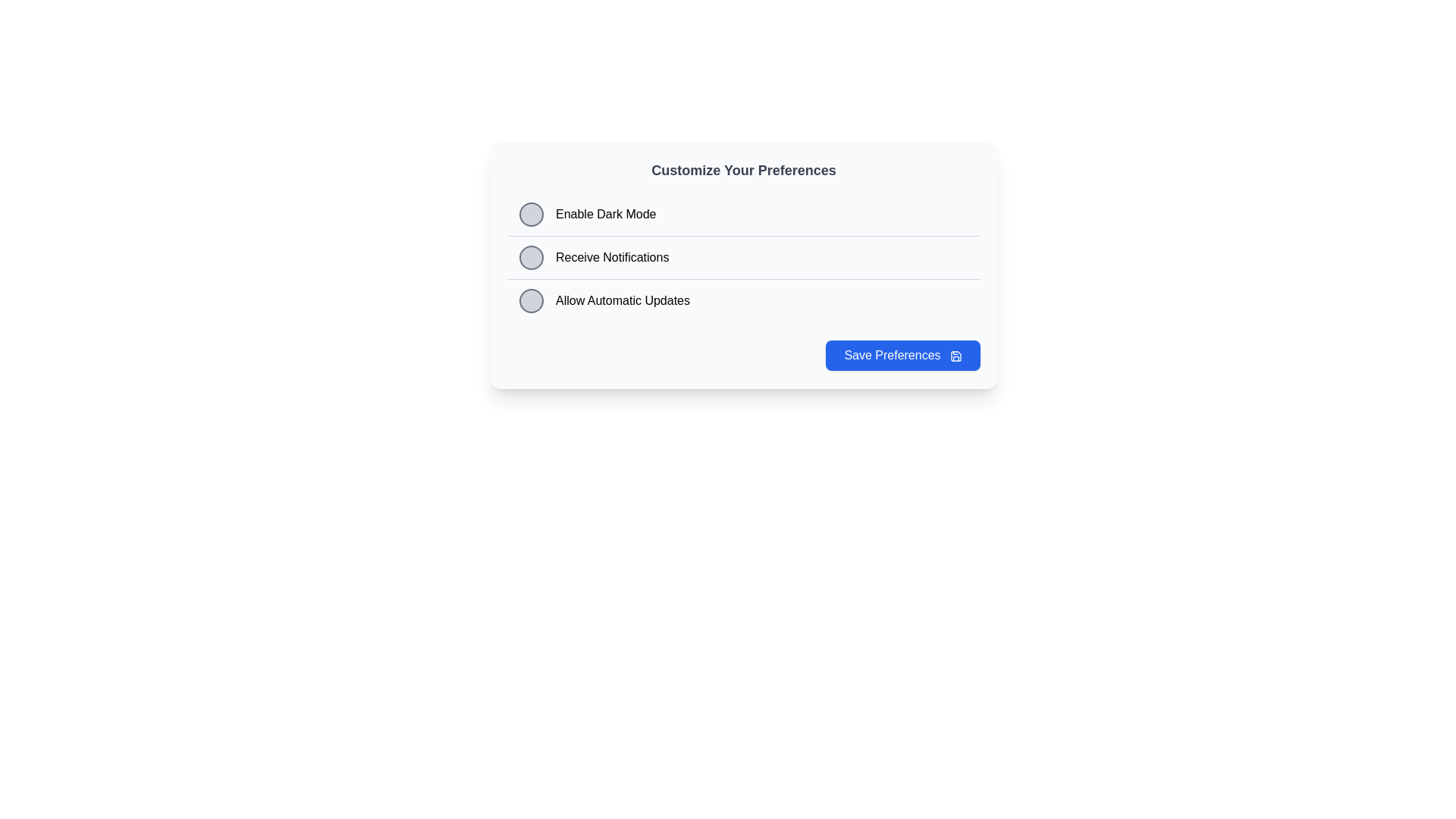  Describe the element at coordinates (593, 256) in the screenshot. I see `the 'Receive Notifications' label in the preferences customization panel, which is the second entry in the vertical list of options, below 'Enable Dark Mode' and above 'Allow Automatic Updates'` at that location.